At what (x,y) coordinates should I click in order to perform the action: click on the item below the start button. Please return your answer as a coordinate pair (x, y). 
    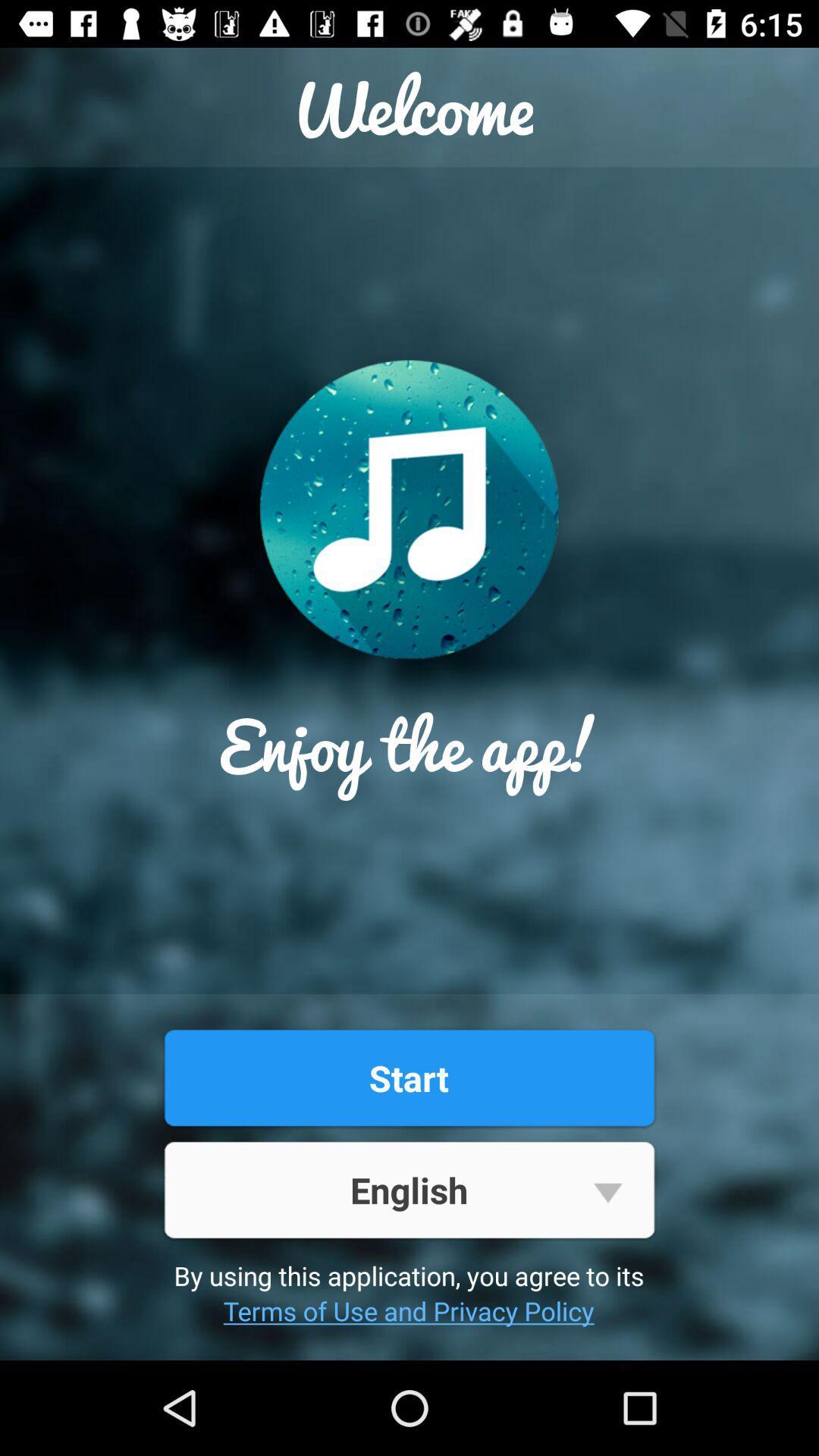
    Looking at the image, I should click on (408, 1189).